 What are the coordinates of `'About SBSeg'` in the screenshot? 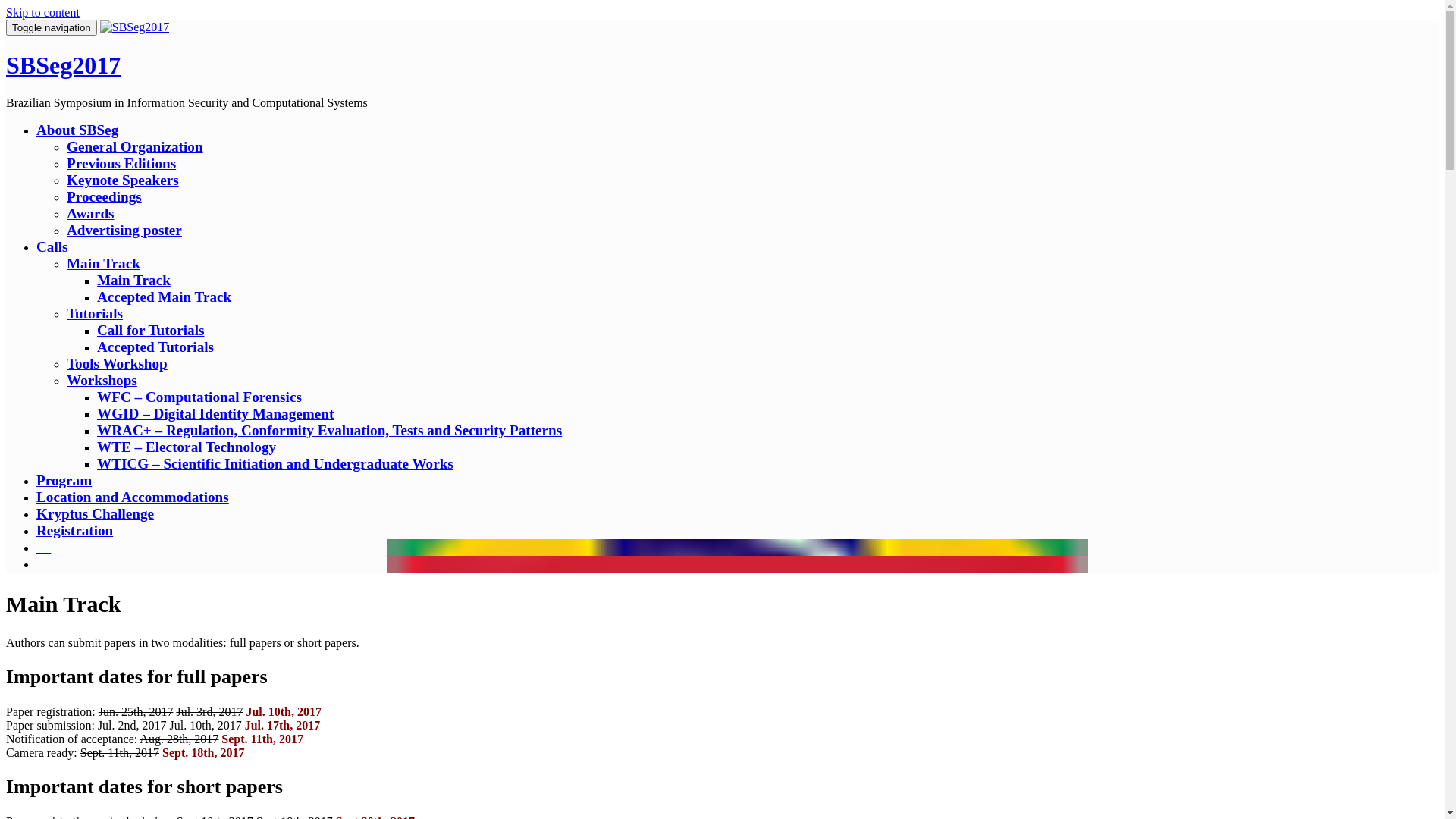 It's located at (76, 129).